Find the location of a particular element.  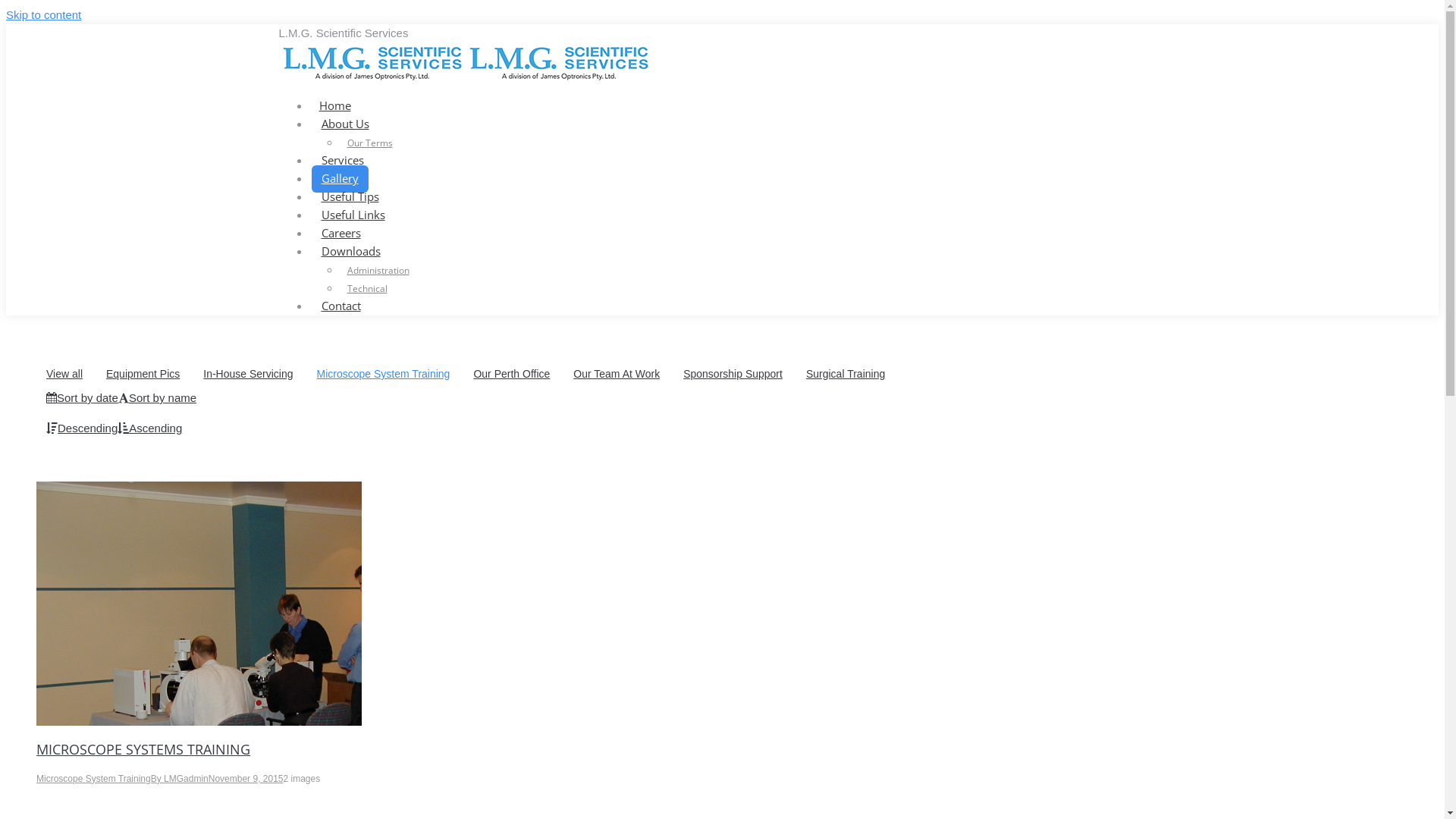

'Our Terms' is located at coordinates (338, 142).